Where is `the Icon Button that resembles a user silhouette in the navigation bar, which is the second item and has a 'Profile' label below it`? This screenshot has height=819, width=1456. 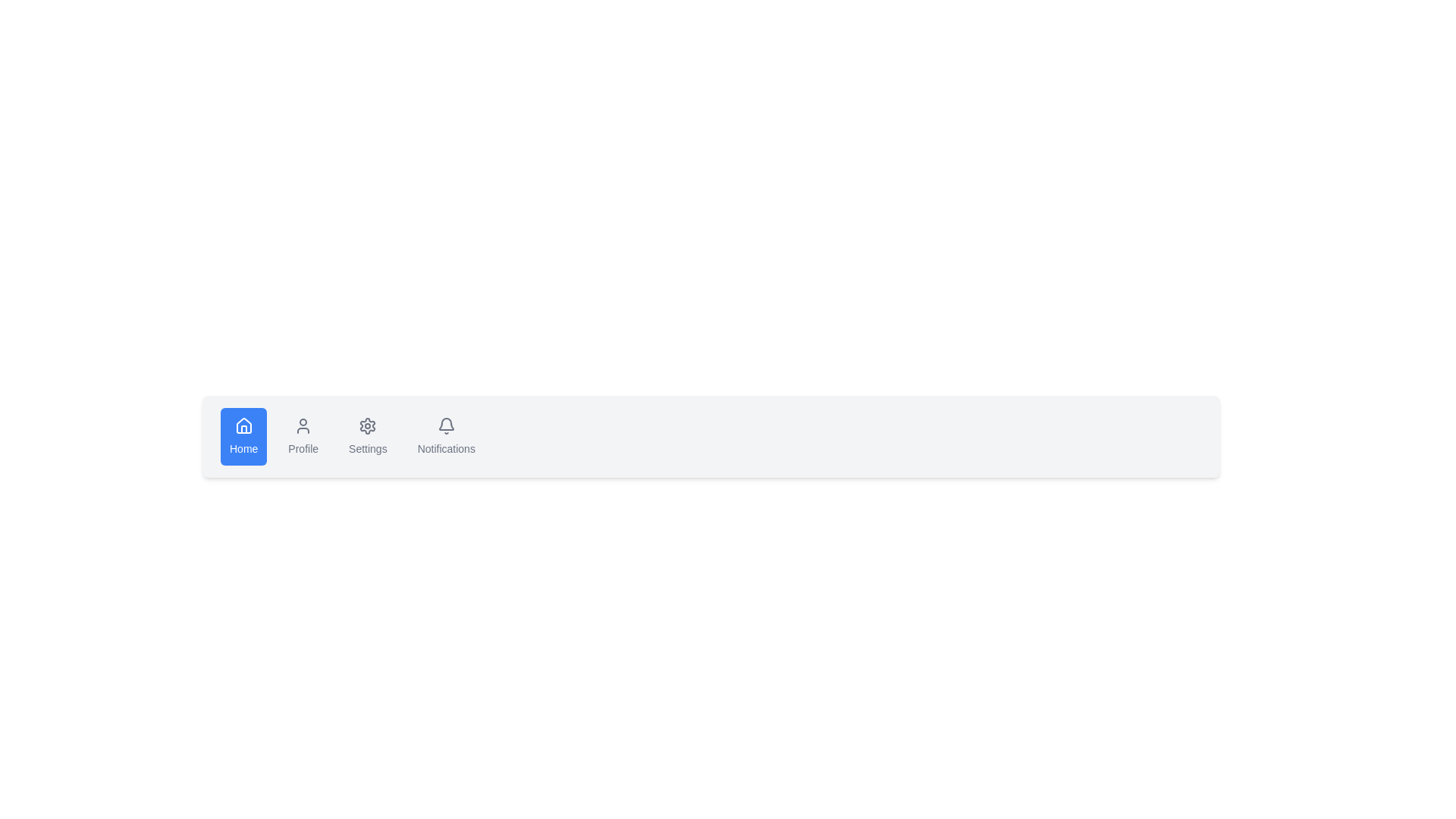
the Icon Button that resembles a user silhouette in the navigation bar, which is the second item and has a 'Profile' label below it is located at coordinates (303, 426).